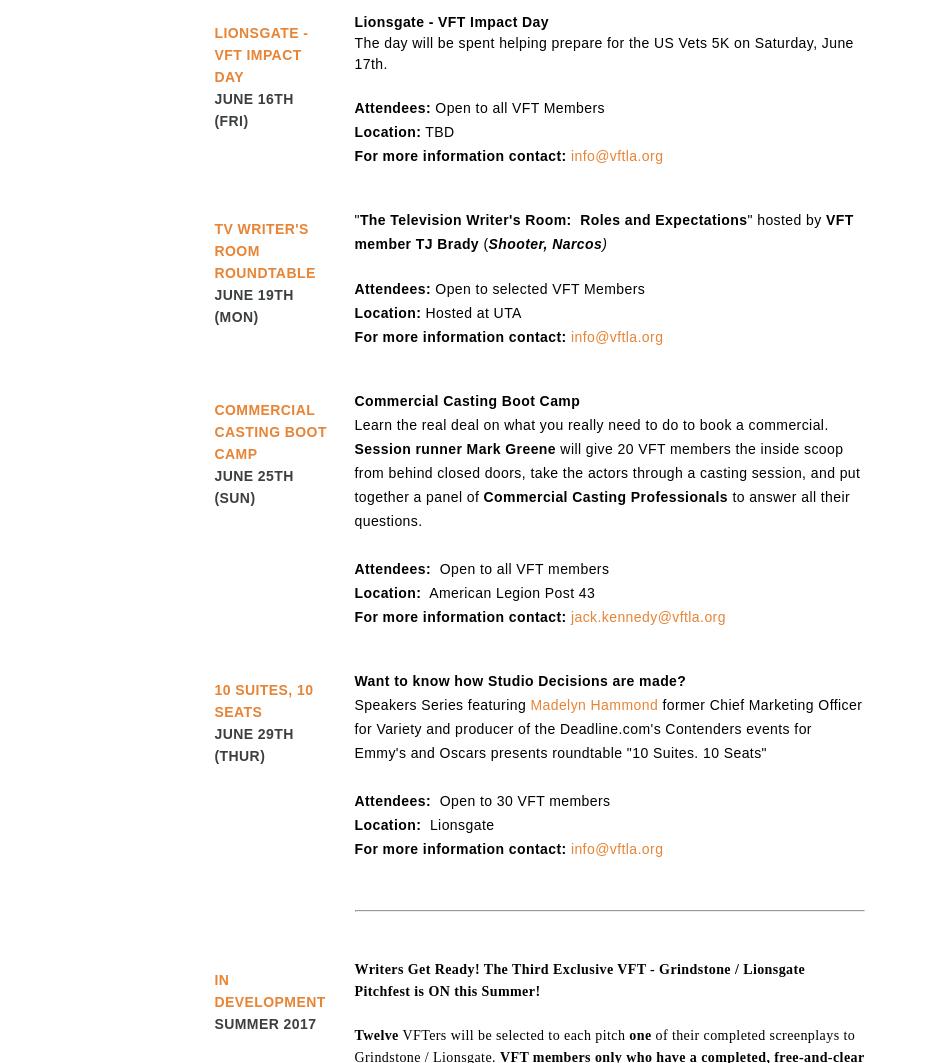 Image resolution: width=935 pixels, height=1063 pixels. What do you see at coordinates (784, 220) in the screenshot?
I see `'" hosted by'` at bounding box center [784, 220].